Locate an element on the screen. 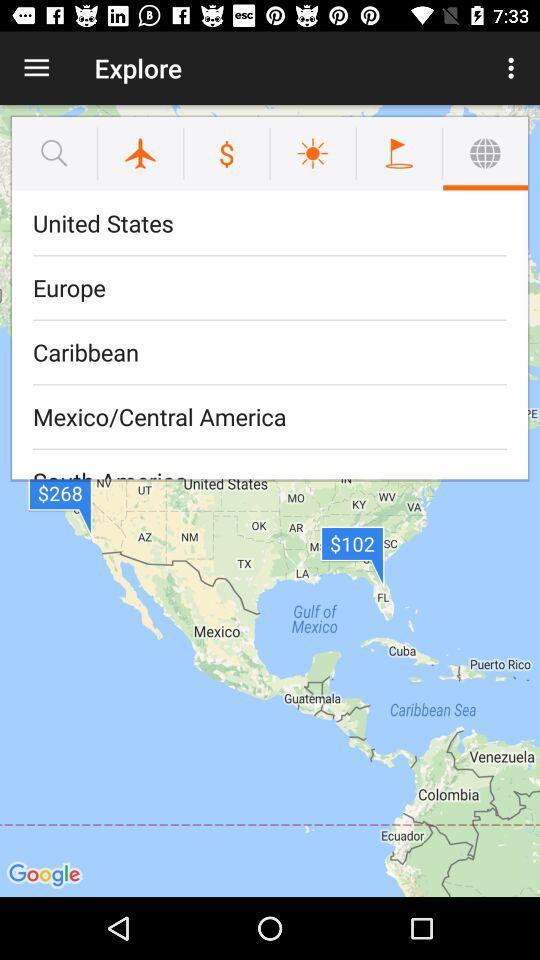 The image size is (540, 960). the item next to explore is located at coordinates (36, 68).